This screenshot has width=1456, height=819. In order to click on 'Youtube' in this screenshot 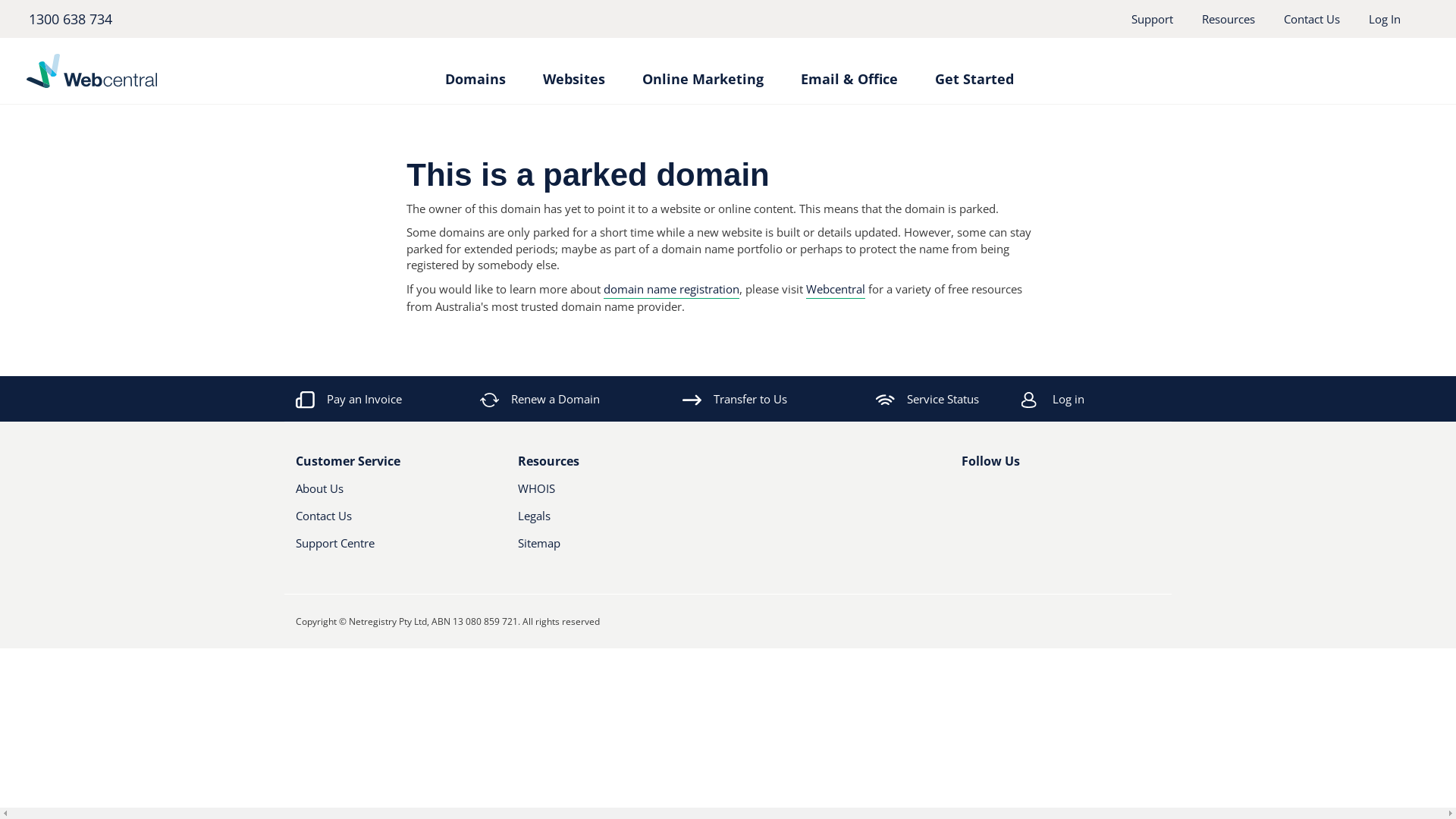, I will do `click(1019, 494)`.